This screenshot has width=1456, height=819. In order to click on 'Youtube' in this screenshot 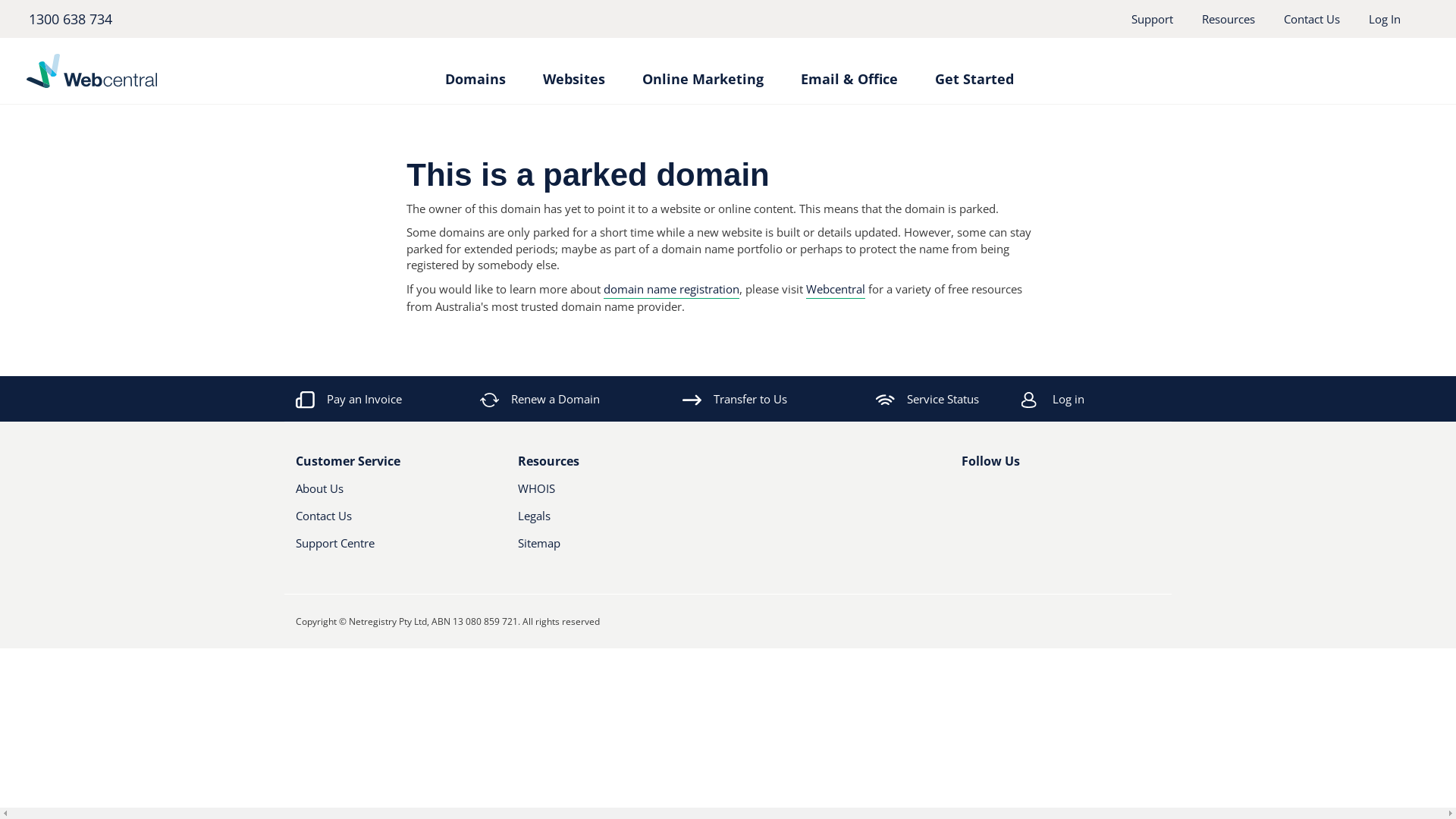, I will do `click(1019, 494)`.